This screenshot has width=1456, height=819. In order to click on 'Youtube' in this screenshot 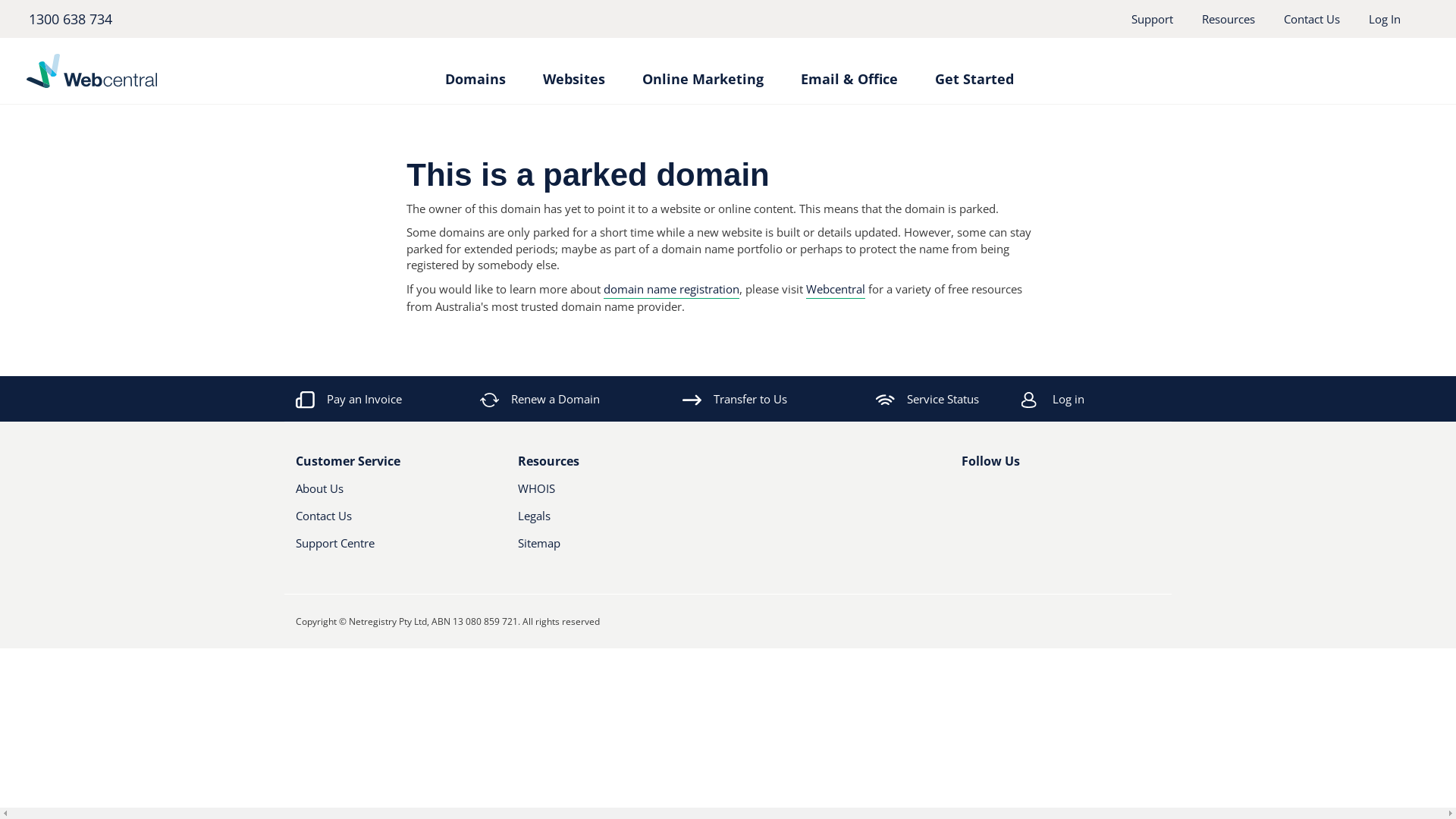, I will do `click(1019, 494)`.